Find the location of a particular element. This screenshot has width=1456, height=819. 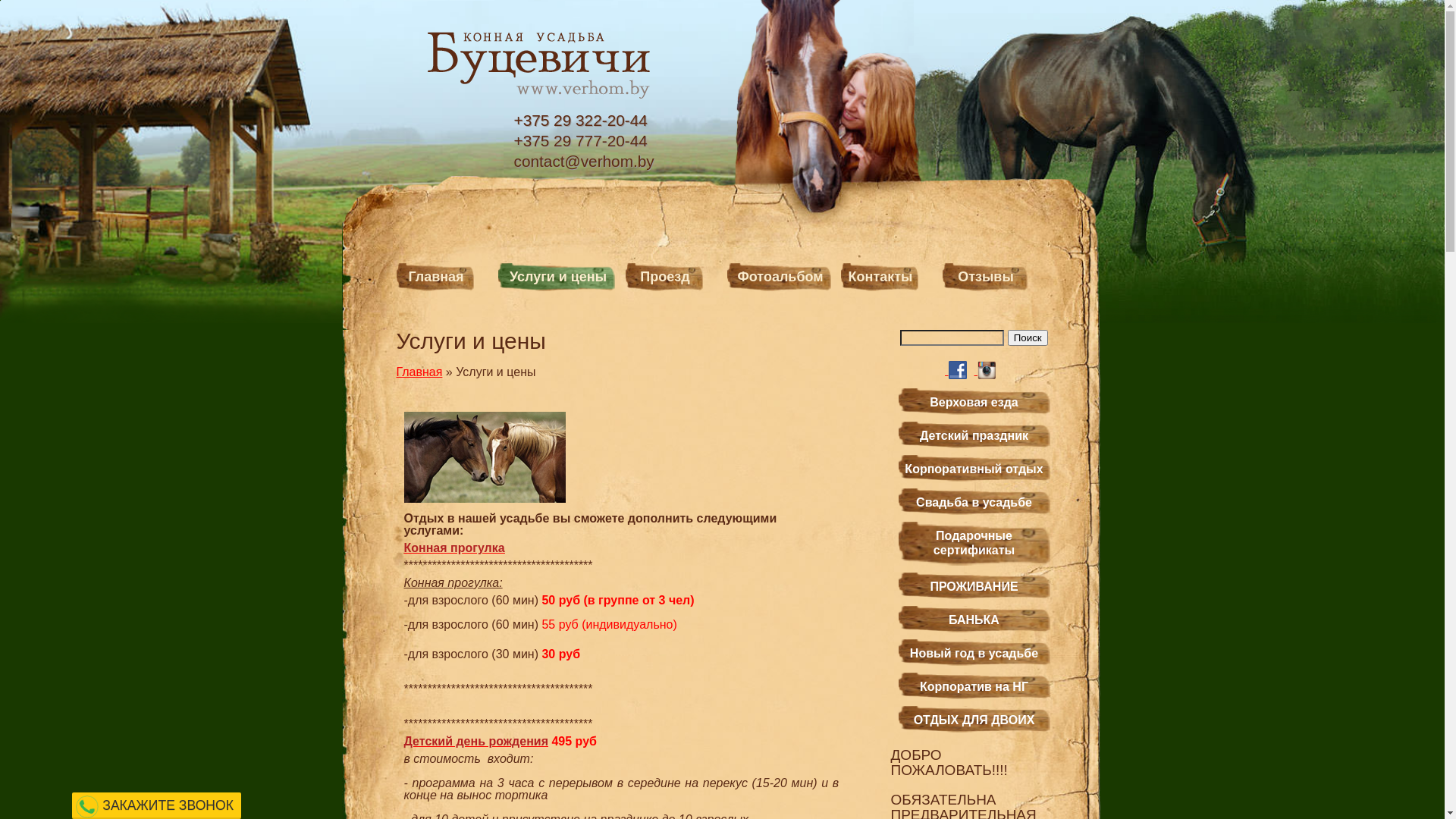

'contact@verhom.by' is located at coordinates (583, 161).